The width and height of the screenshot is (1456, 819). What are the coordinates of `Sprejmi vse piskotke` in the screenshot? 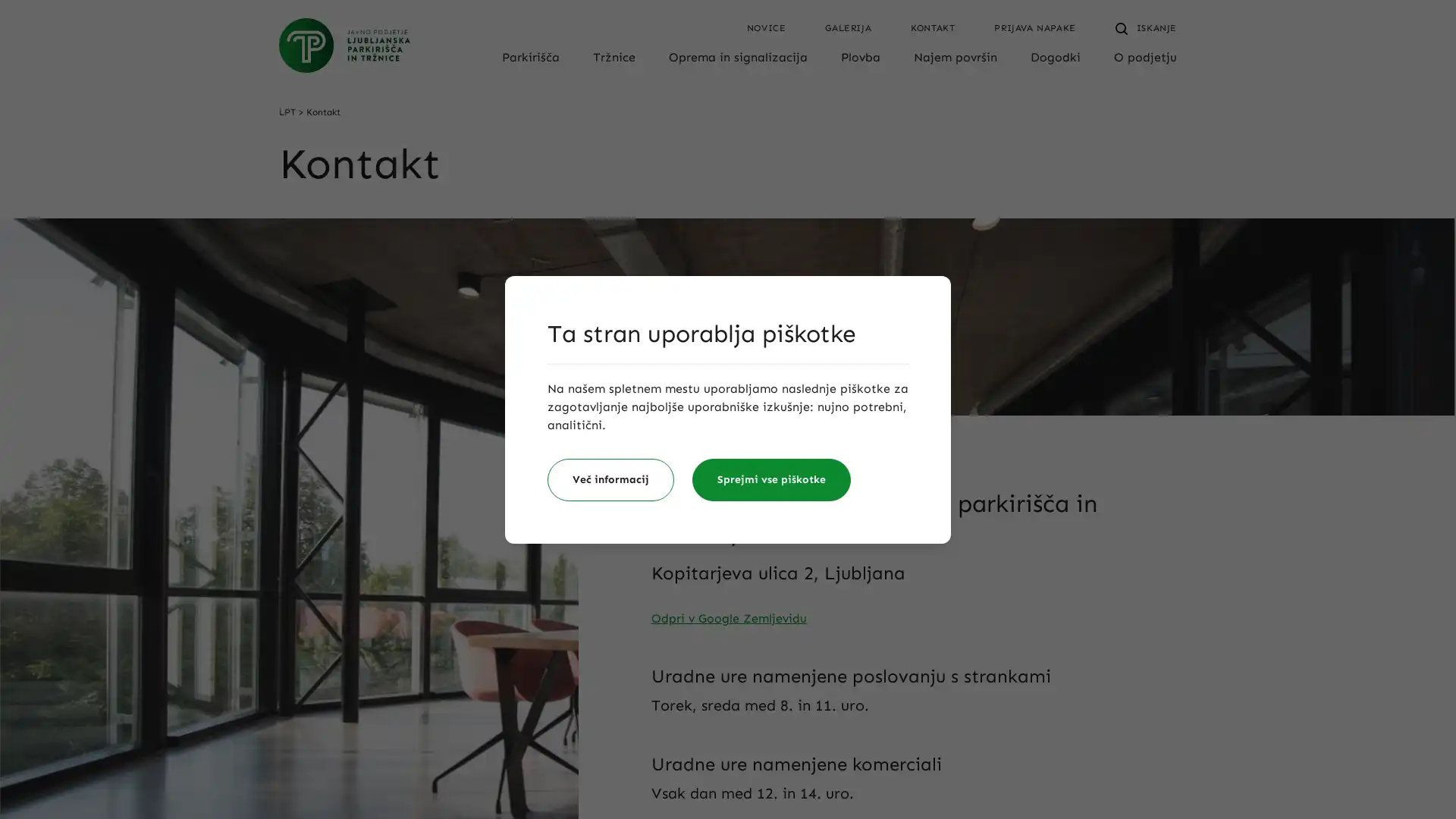 It's located at (771, 479).